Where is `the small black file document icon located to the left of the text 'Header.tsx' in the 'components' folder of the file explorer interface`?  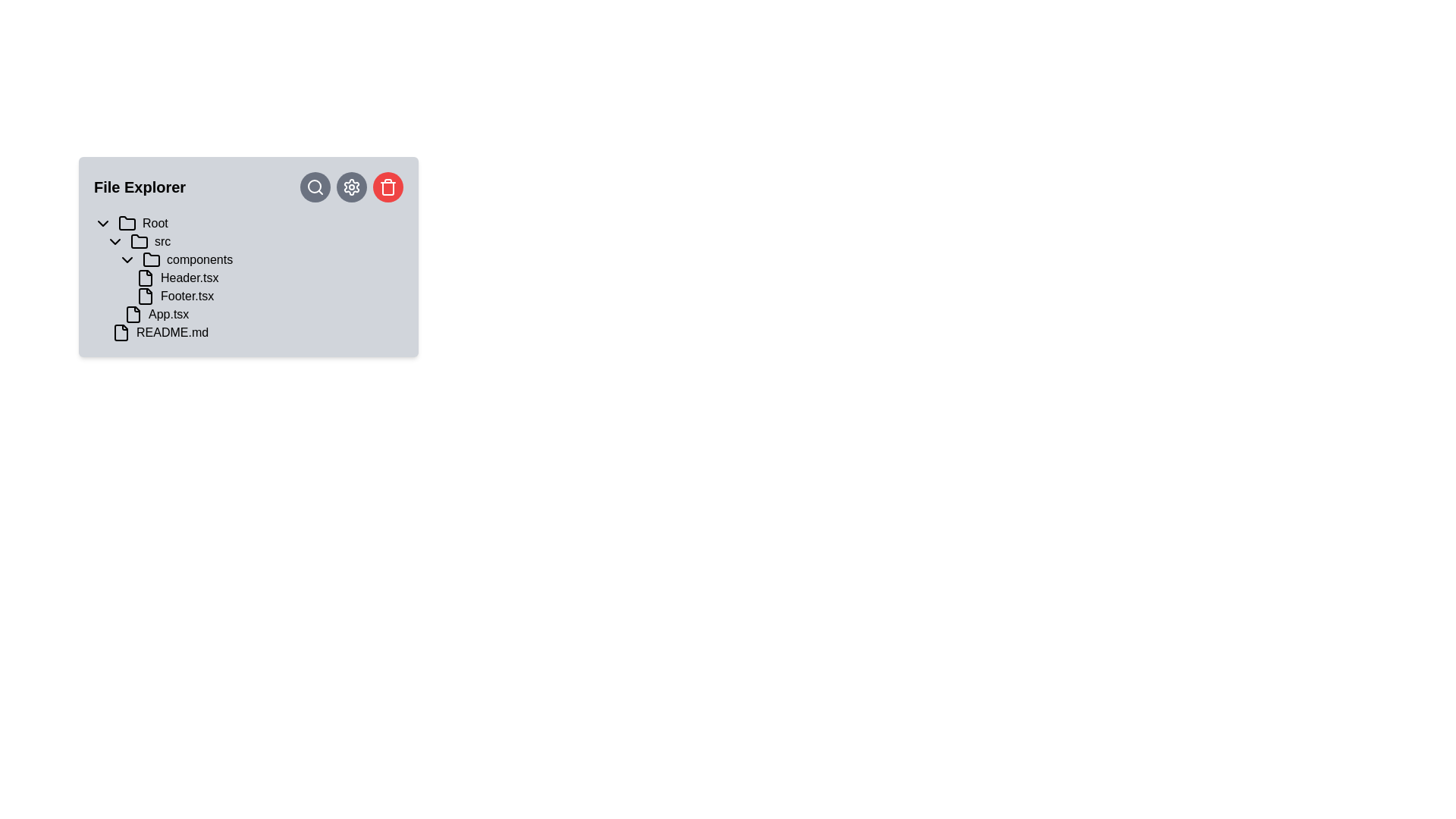 the small black file document icon located to the left of the text 'Header.tsx' in the 'components' folder of the file explorer interface is located at coordinates (146, 278).